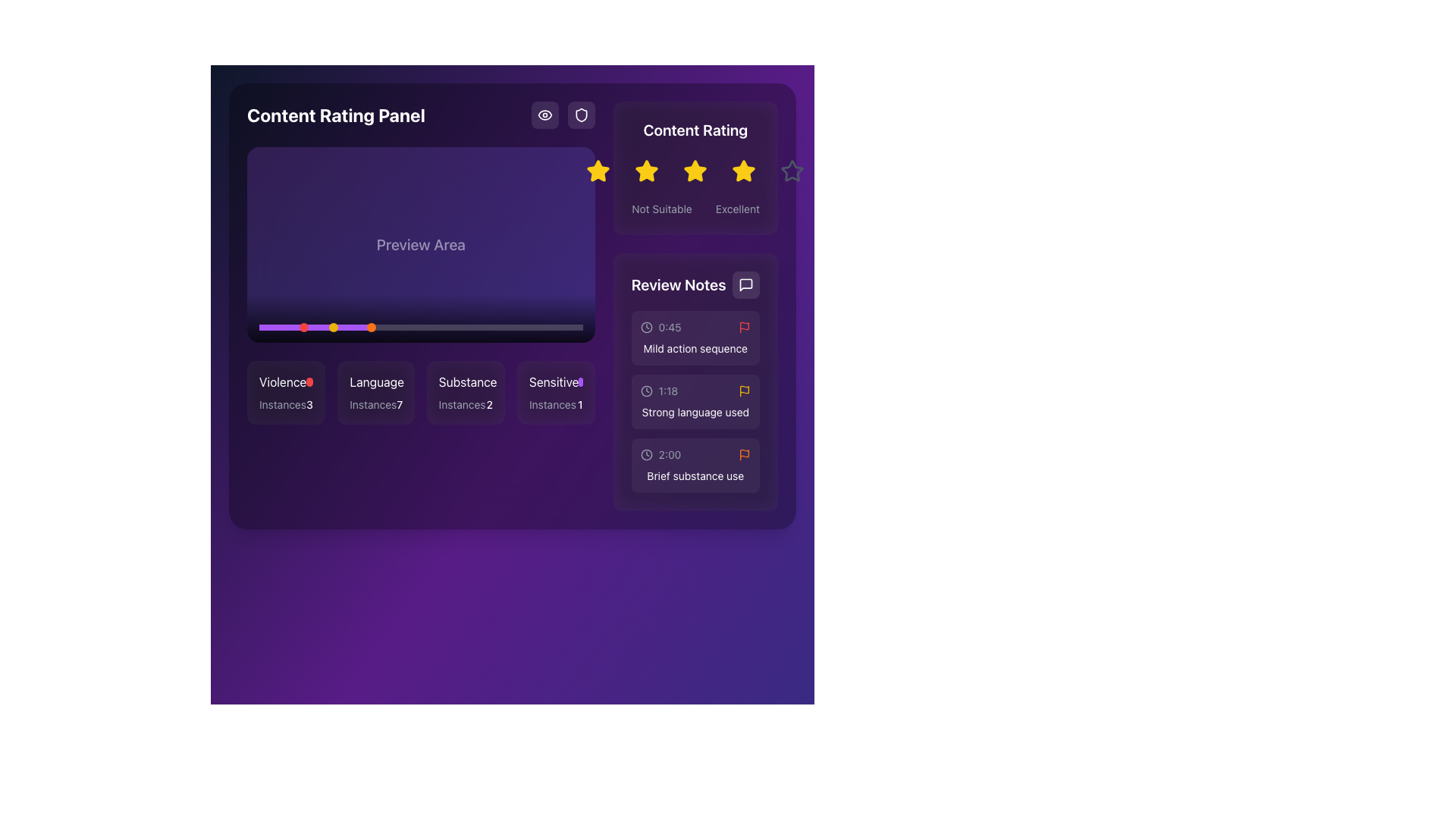 The height and width of the screenshot is (819, 1456). What do you see at coordinates (744, 171) in the screenshot?
I see `the fourth star icon in the rating UI component` at bounding box center [744, 171].